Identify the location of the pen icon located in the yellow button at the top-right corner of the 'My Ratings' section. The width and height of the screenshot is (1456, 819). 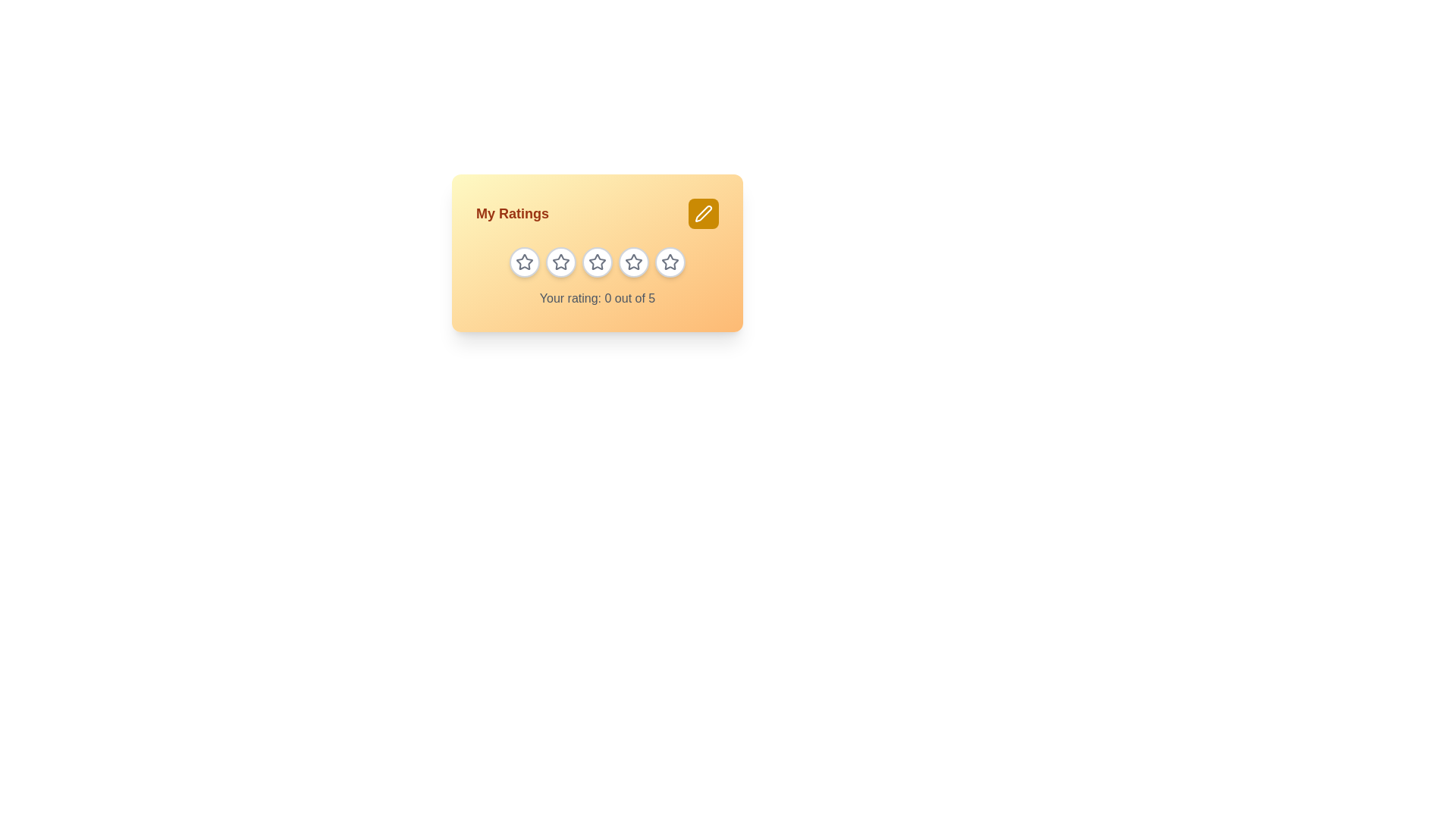
(702, 213).